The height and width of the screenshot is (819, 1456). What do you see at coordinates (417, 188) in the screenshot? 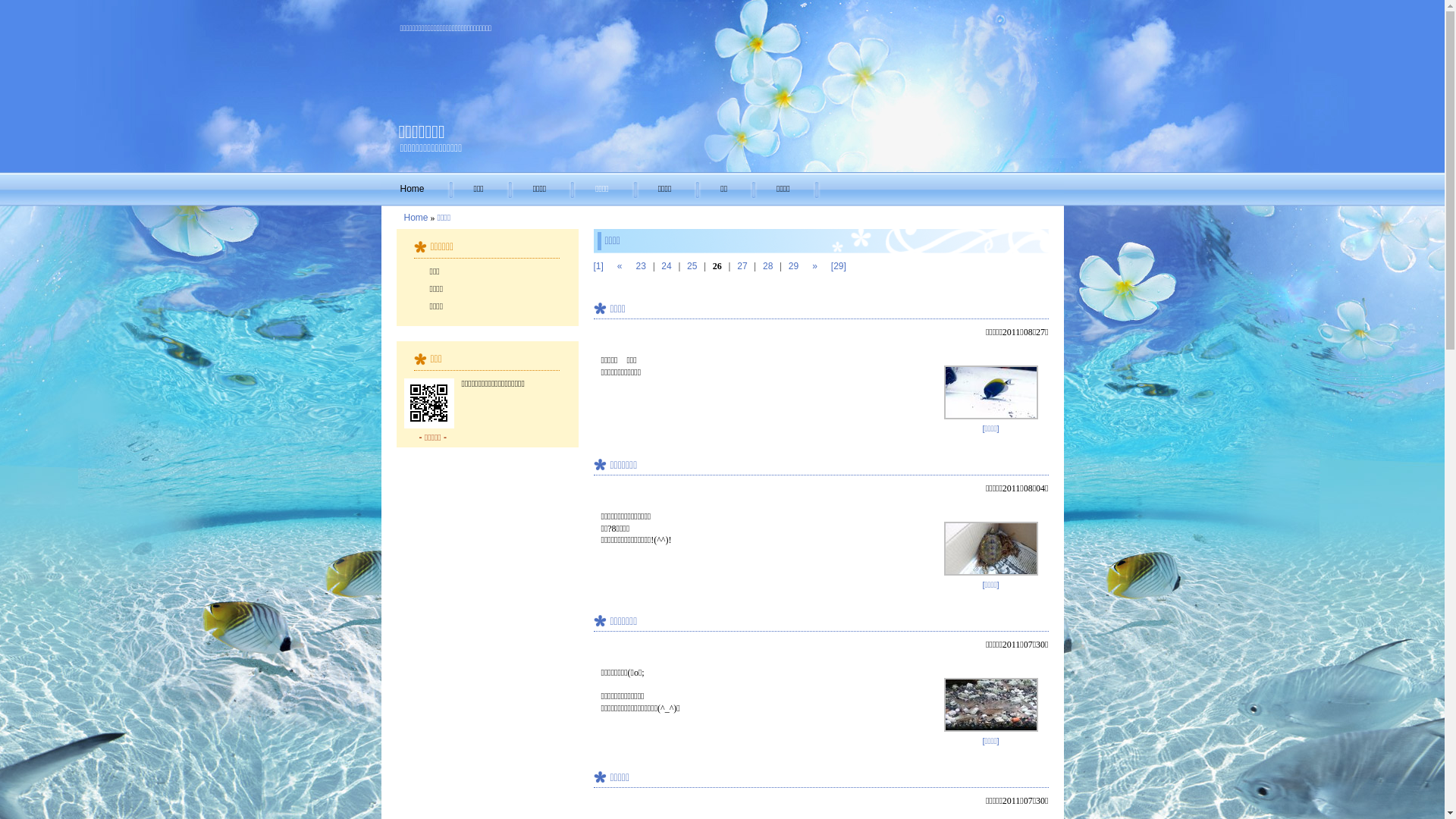
I see `'Home'` at bounding box center [417, 188].